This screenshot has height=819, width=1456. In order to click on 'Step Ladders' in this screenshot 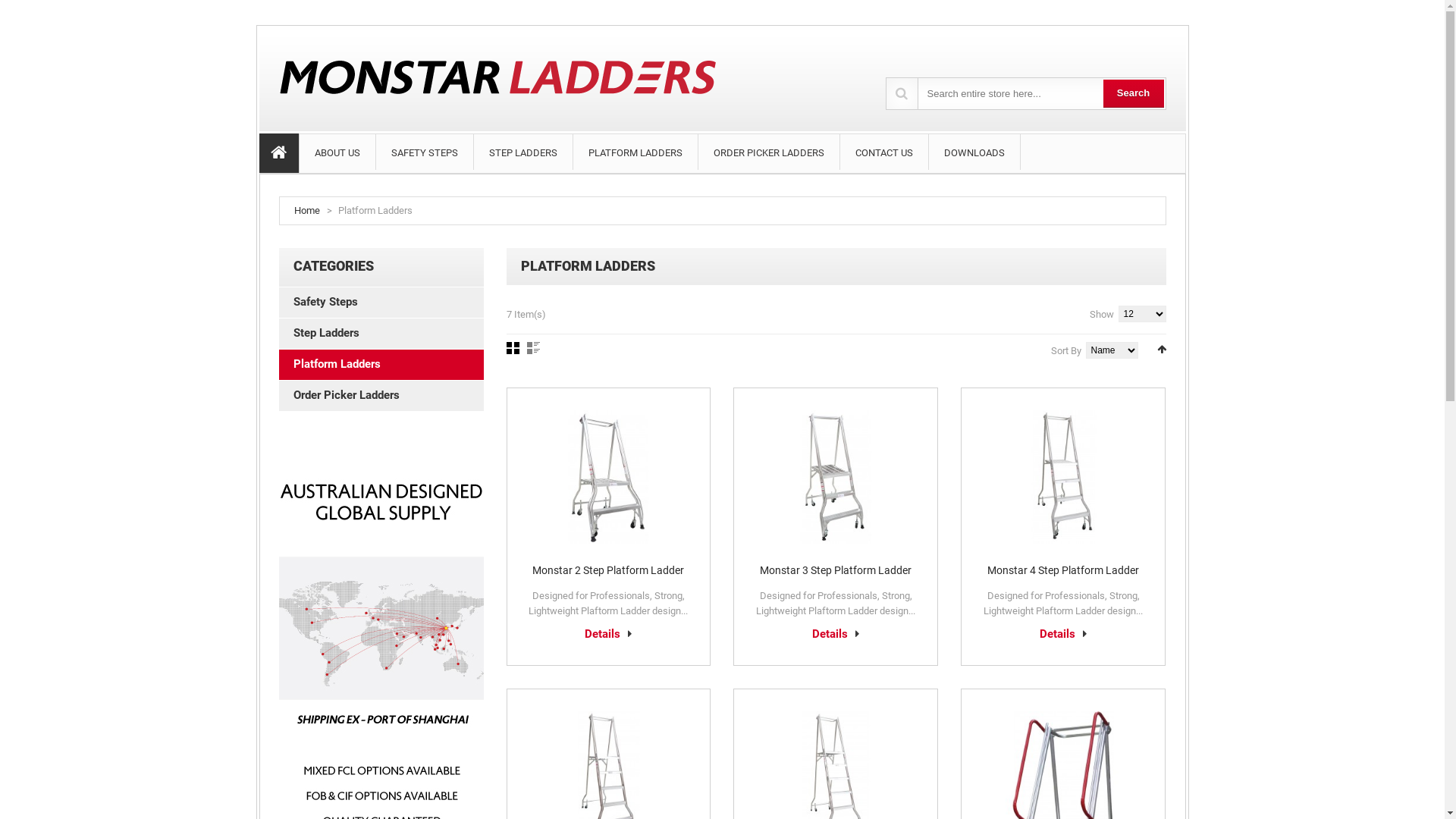, I will do `click(381, 332)`.